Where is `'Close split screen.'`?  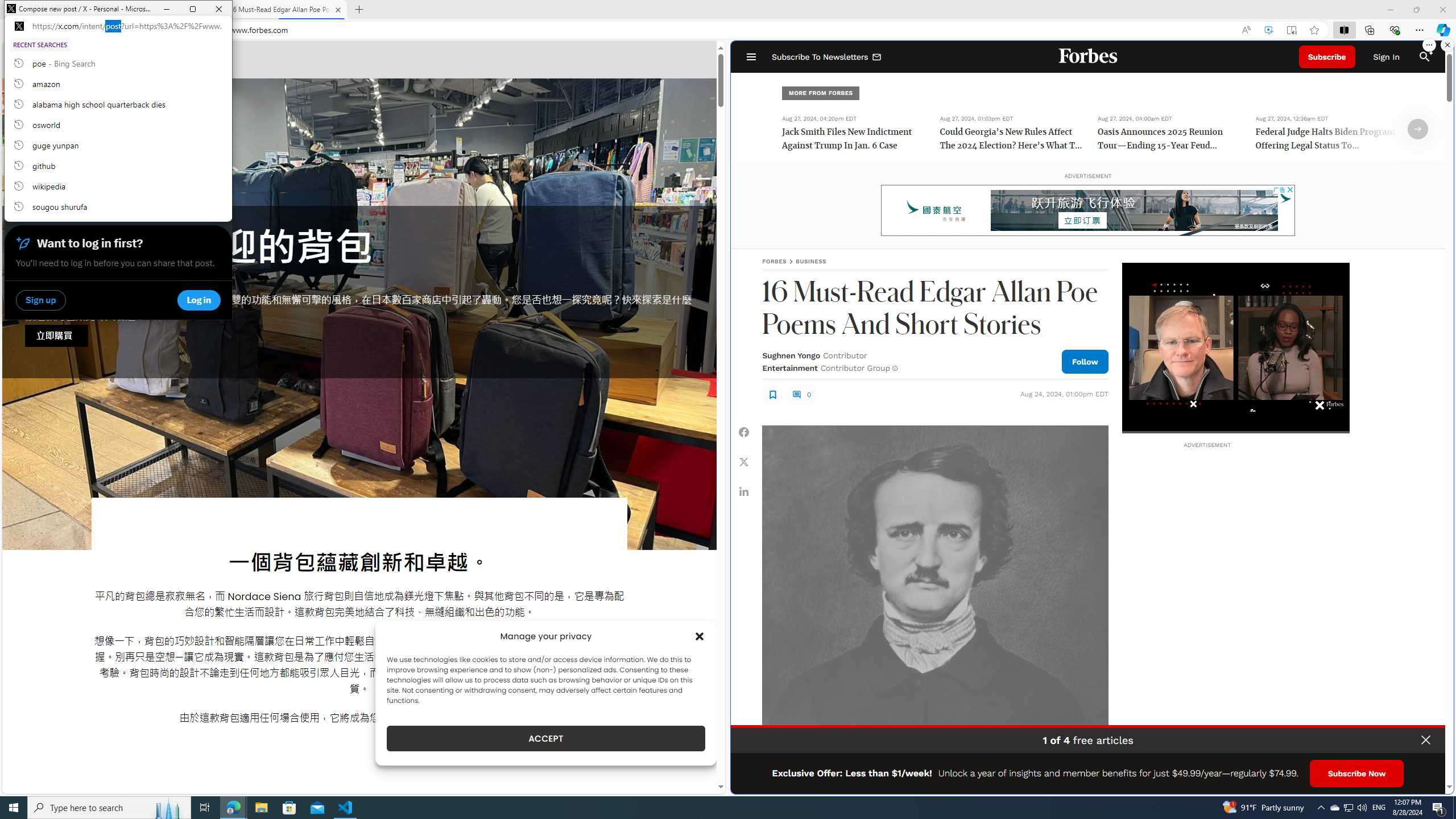
'Close split screen.' is located at coordinates (1446, 44).